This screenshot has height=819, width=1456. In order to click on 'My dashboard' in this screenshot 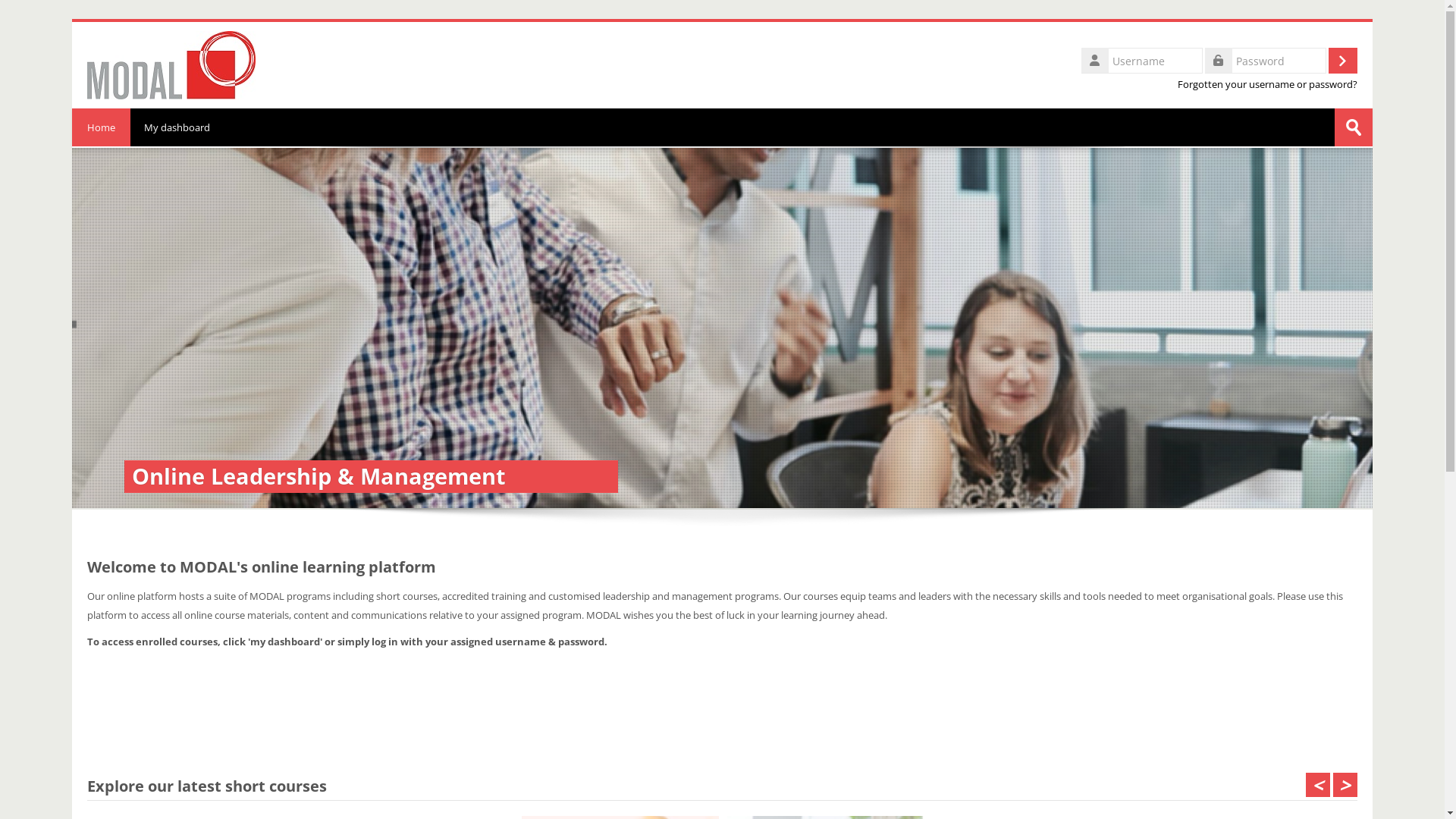, I will do `click(177, 127)`.